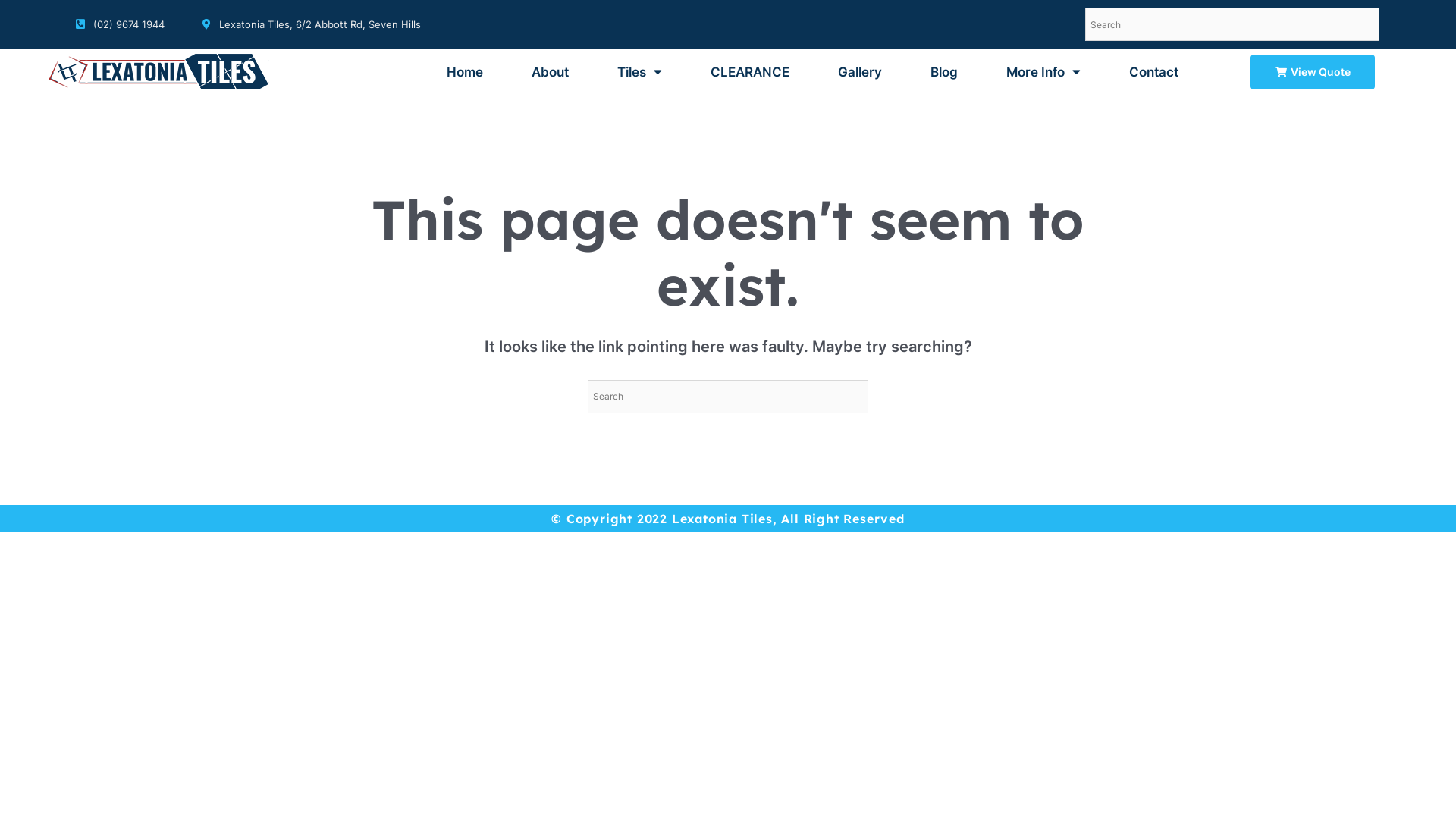 Image resolution: width=1456 pixels, height=819 pixels. Describe the element at coordinates (1043, 72) in the screenshot. I see `'More Info'` at that location.